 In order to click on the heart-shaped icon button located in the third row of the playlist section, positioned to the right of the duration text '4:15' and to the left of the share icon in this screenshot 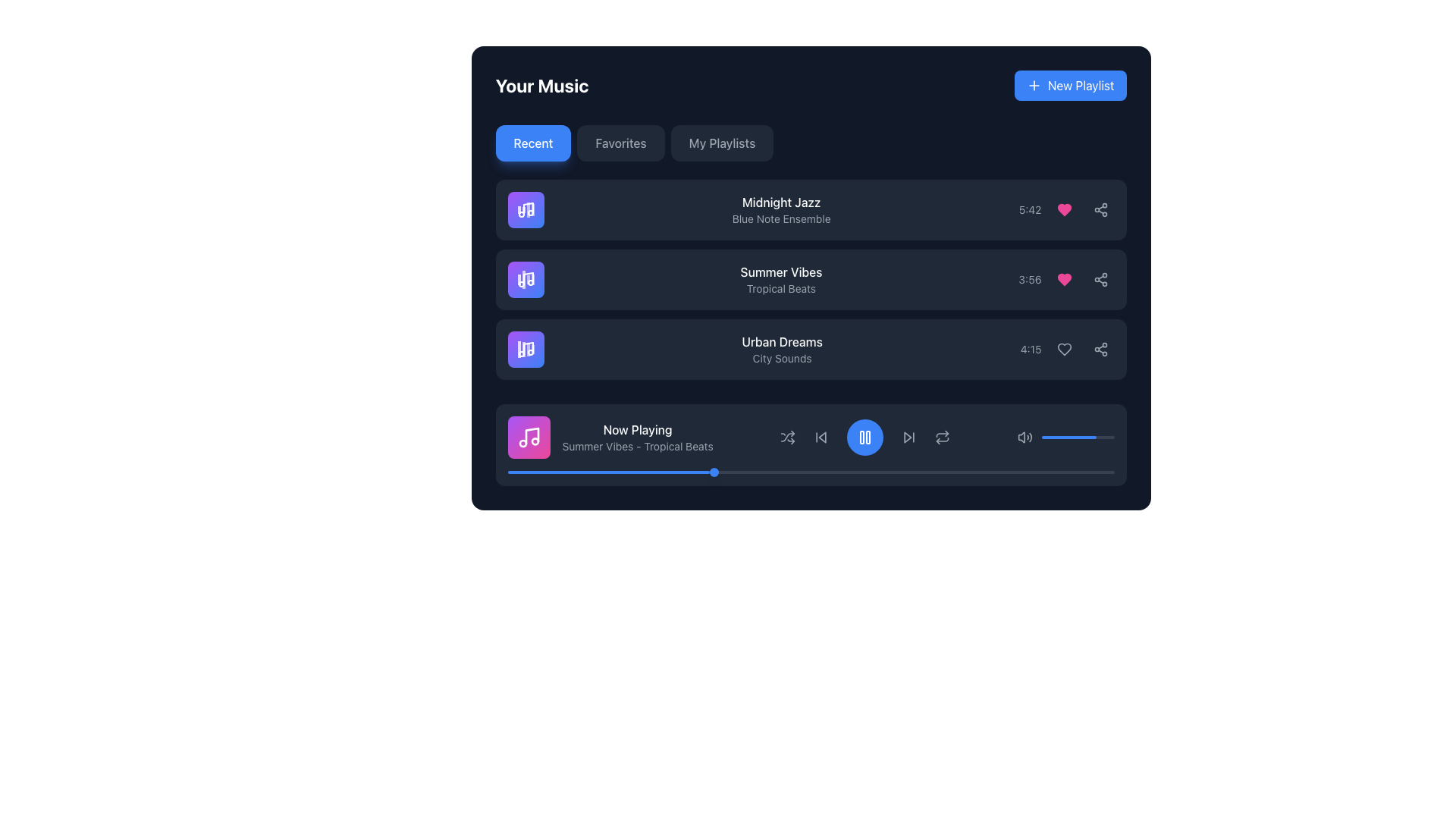, I will do `click(1063, 350)`.